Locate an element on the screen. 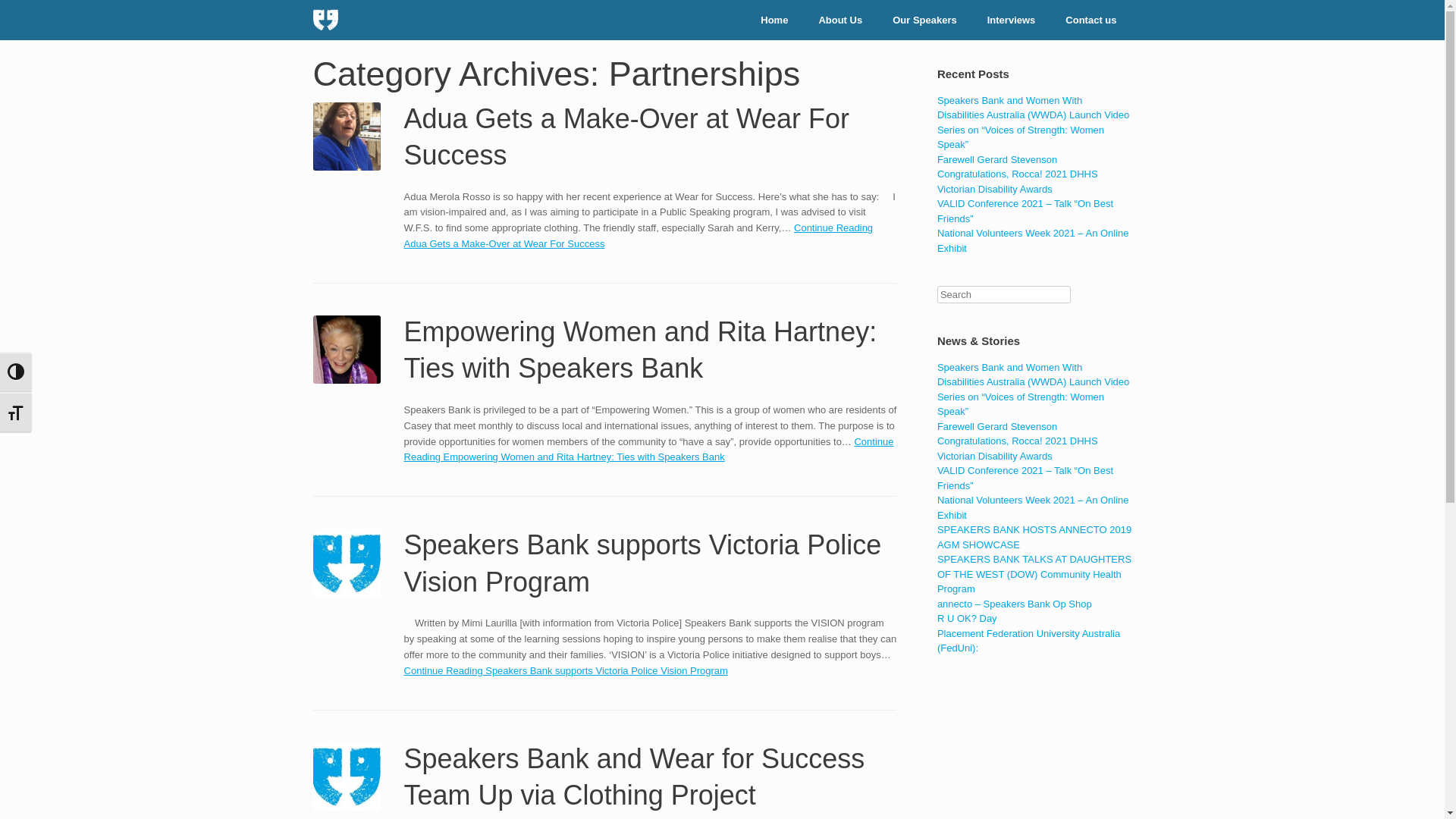 Image resolution: width=1456 pixels, height=819 pixels. 'Toggle High Contrast' is located at coordinates (15, 372).